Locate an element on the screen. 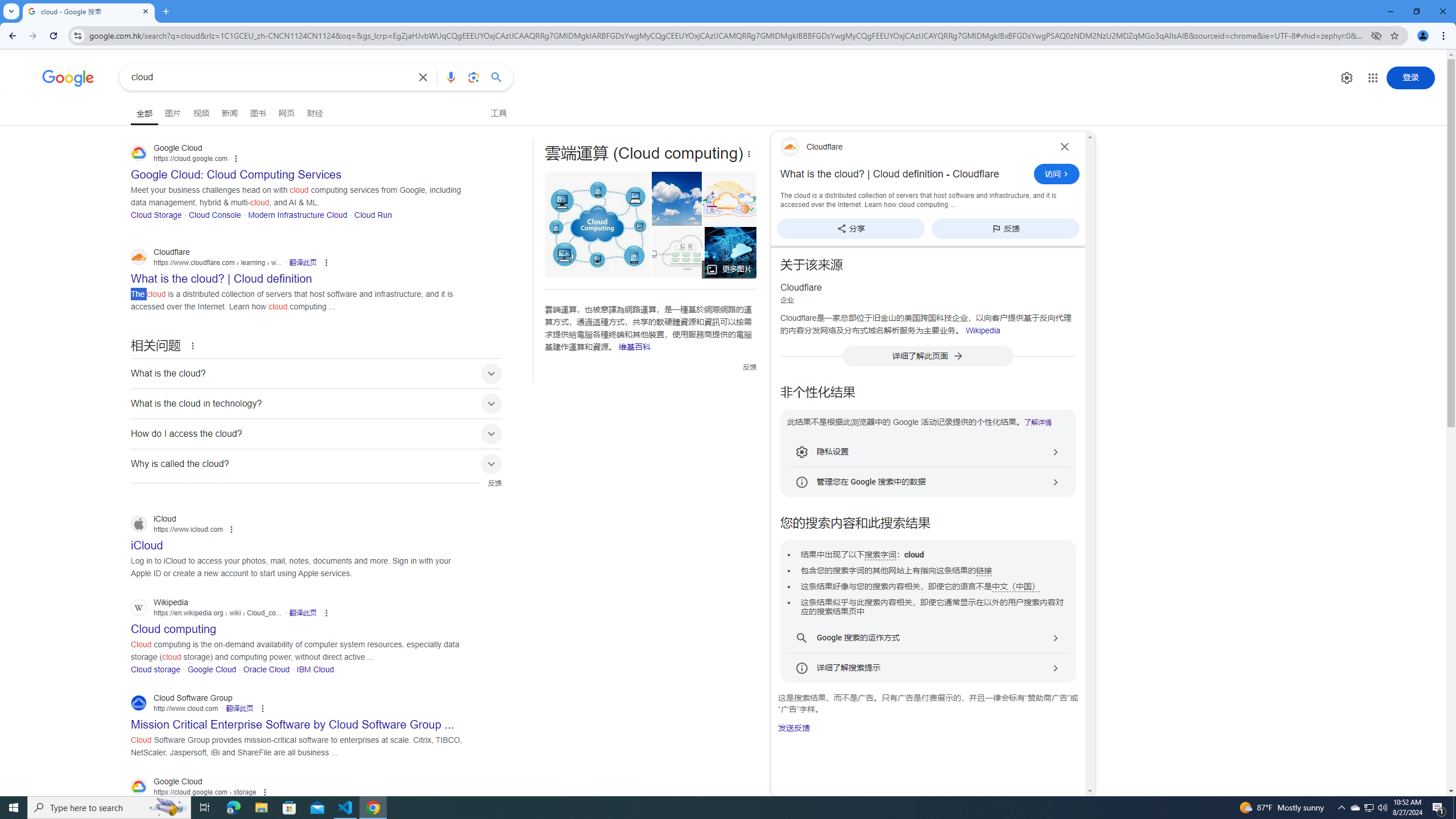 The height and width of the screenshot is (819, 1456). 'What is cloud computing? Everything you need to know now ...' is located at coordinates (730, 252).